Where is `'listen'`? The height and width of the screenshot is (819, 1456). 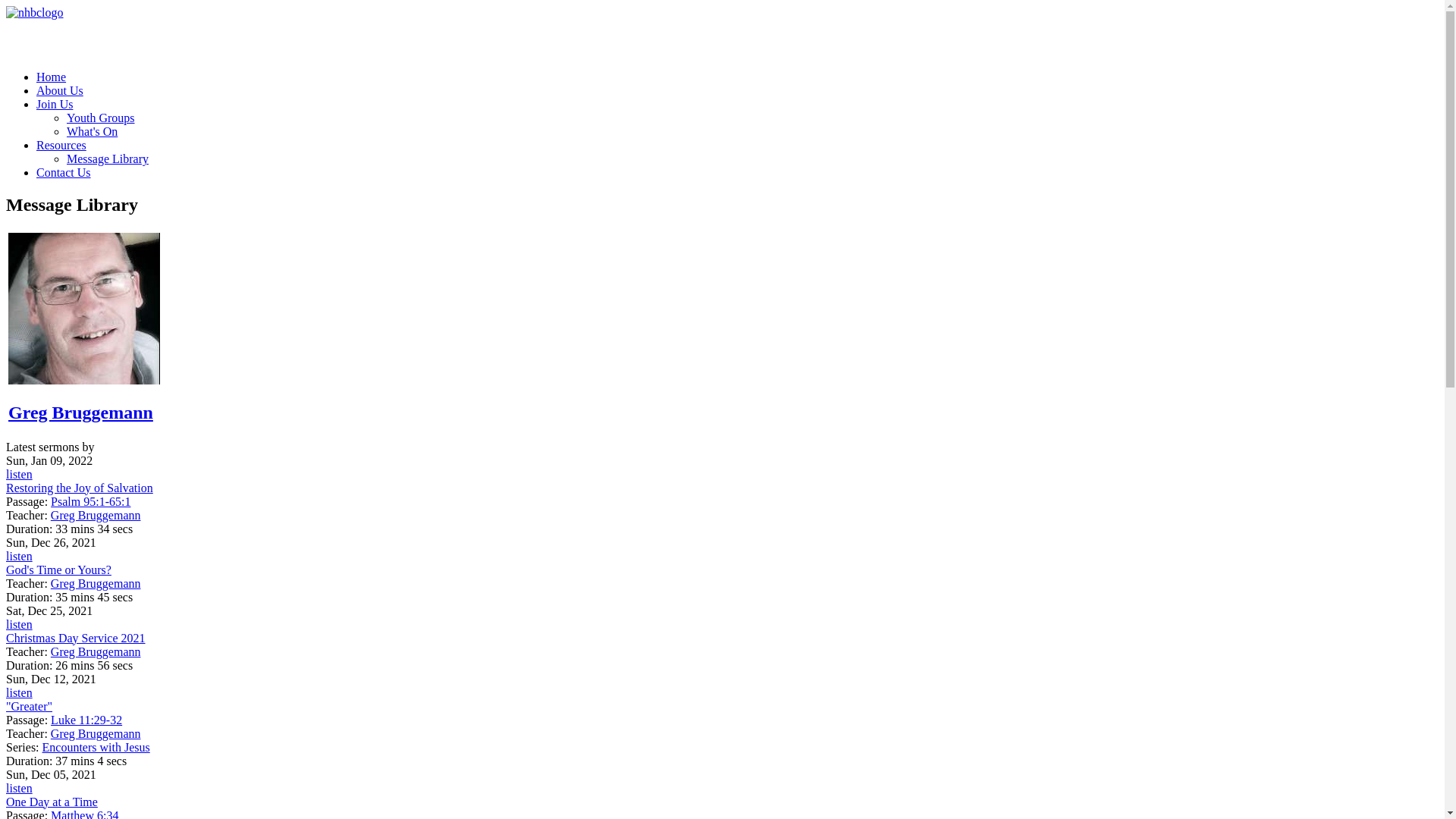 'listen' is located at coordinates (6, 787).